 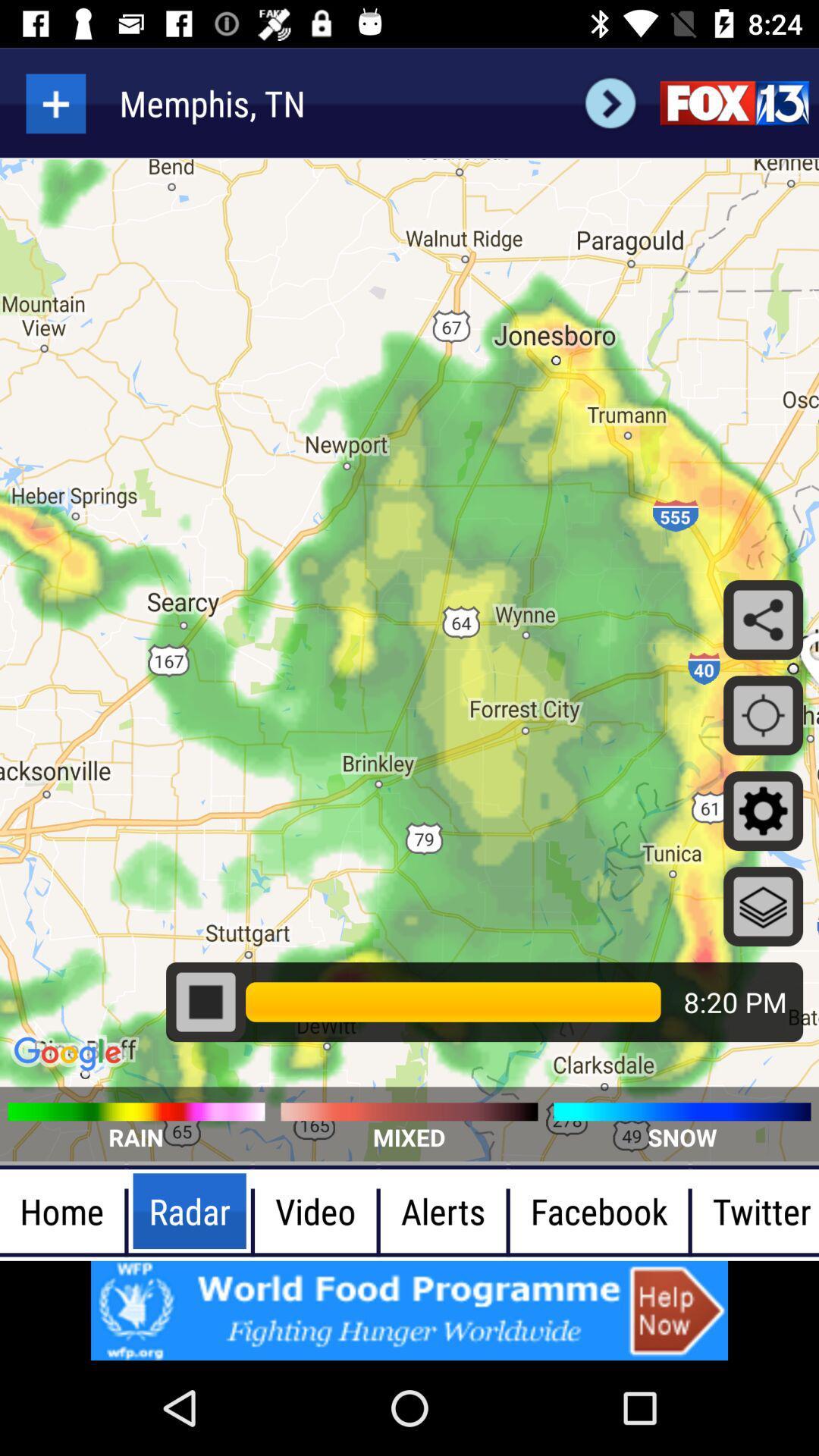 I want to click on the settings symbol at the right side of the page, so click(x=763, y=810).